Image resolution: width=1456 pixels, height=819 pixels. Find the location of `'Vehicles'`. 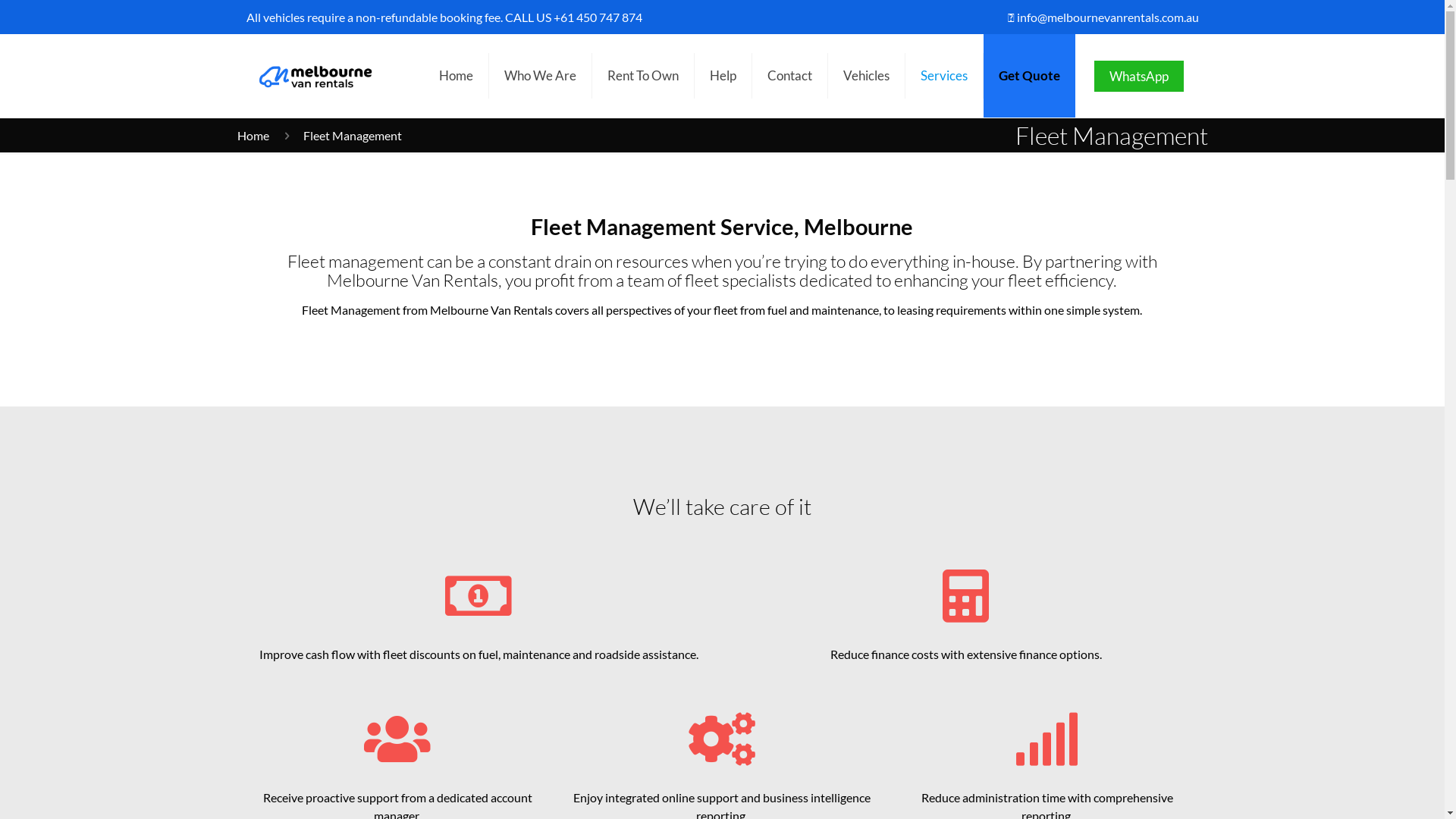

'Vehicles' is located at coordinates (866, 76).